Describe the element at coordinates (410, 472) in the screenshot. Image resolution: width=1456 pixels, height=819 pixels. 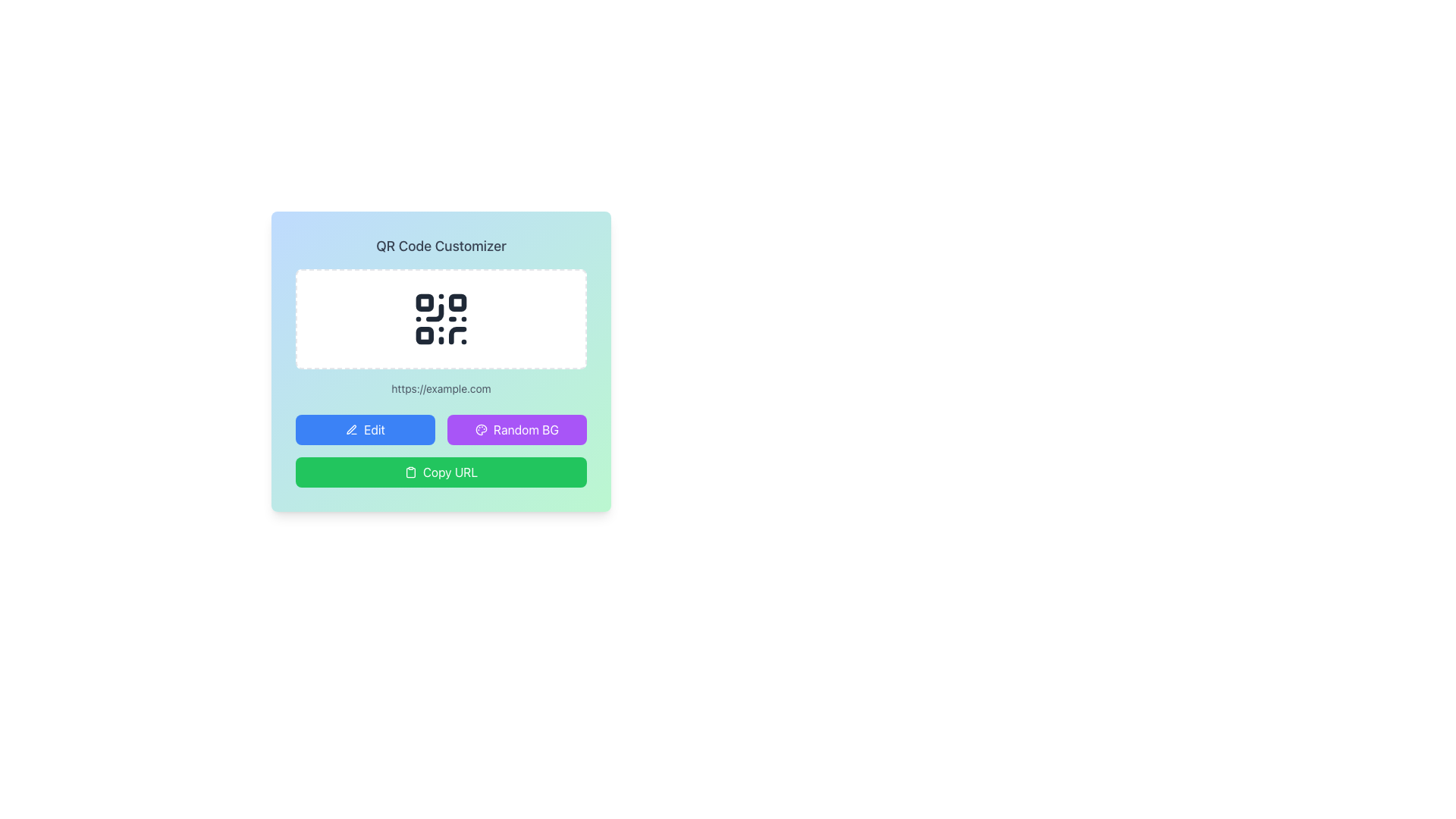
I see `the clipboard icon inside the green 'Copy URL' button, which is filled with a green background and has rounded corners, located to the left of the text` at that location.